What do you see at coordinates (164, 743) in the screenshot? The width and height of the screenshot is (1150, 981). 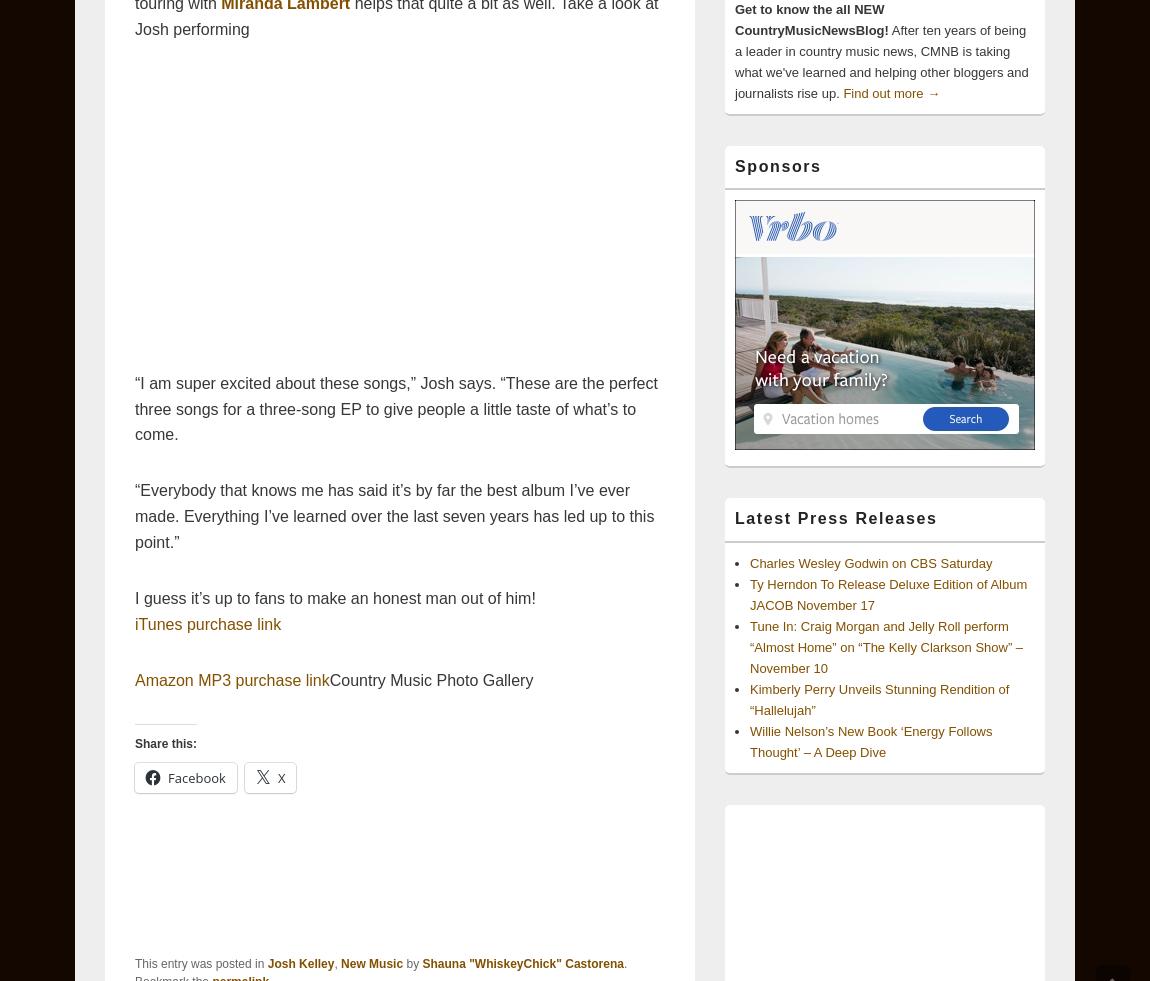 I see `'Share this:'` at bounding box center [164, 743].